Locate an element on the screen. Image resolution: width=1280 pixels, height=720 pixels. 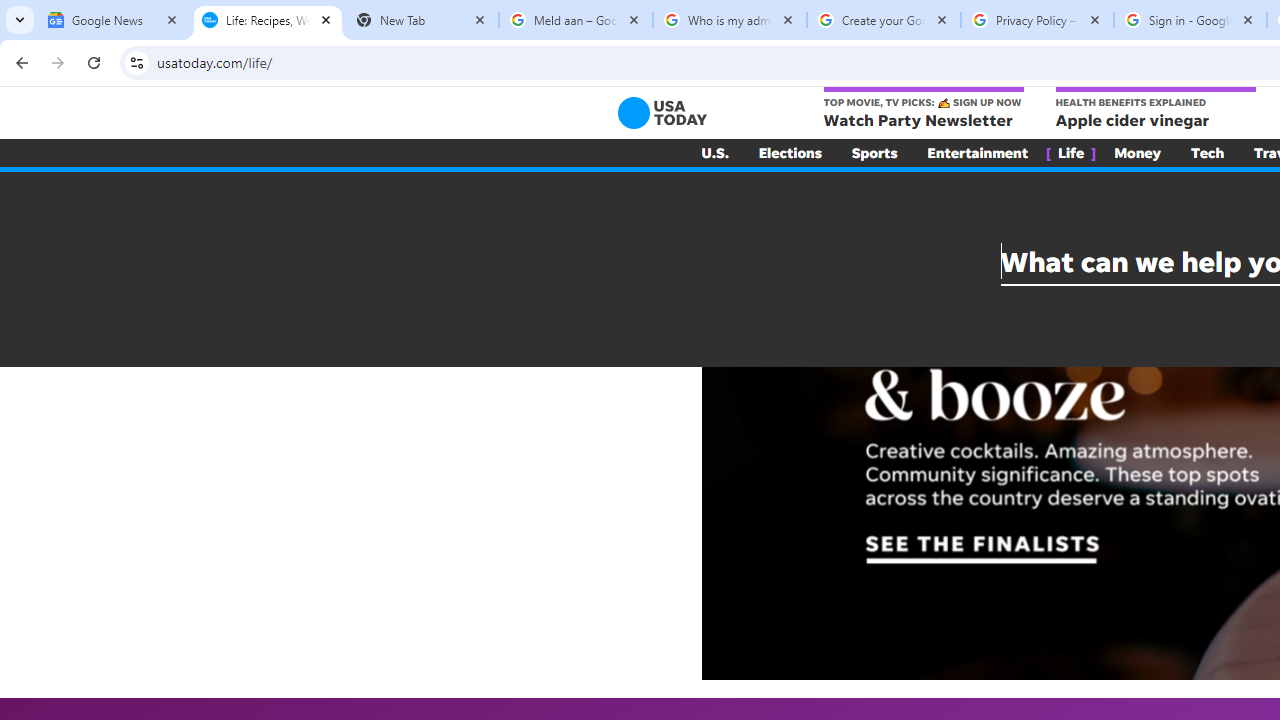
'Tech' is located at coordinates (1206, 152).